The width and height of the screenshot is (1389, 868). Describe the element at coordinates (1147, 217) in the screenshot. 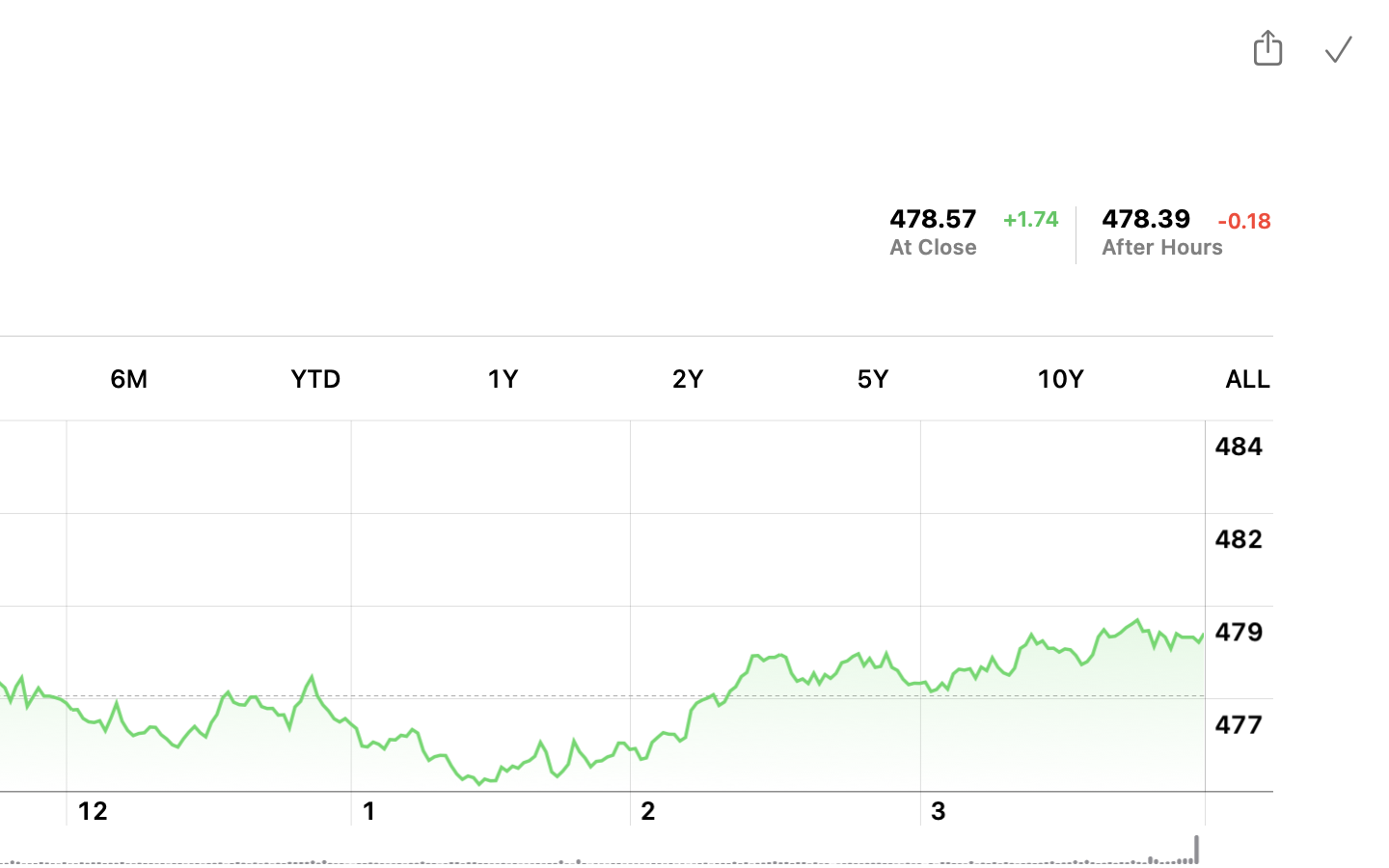

I see `'478.39, change, down 0.18 points'` at that location.